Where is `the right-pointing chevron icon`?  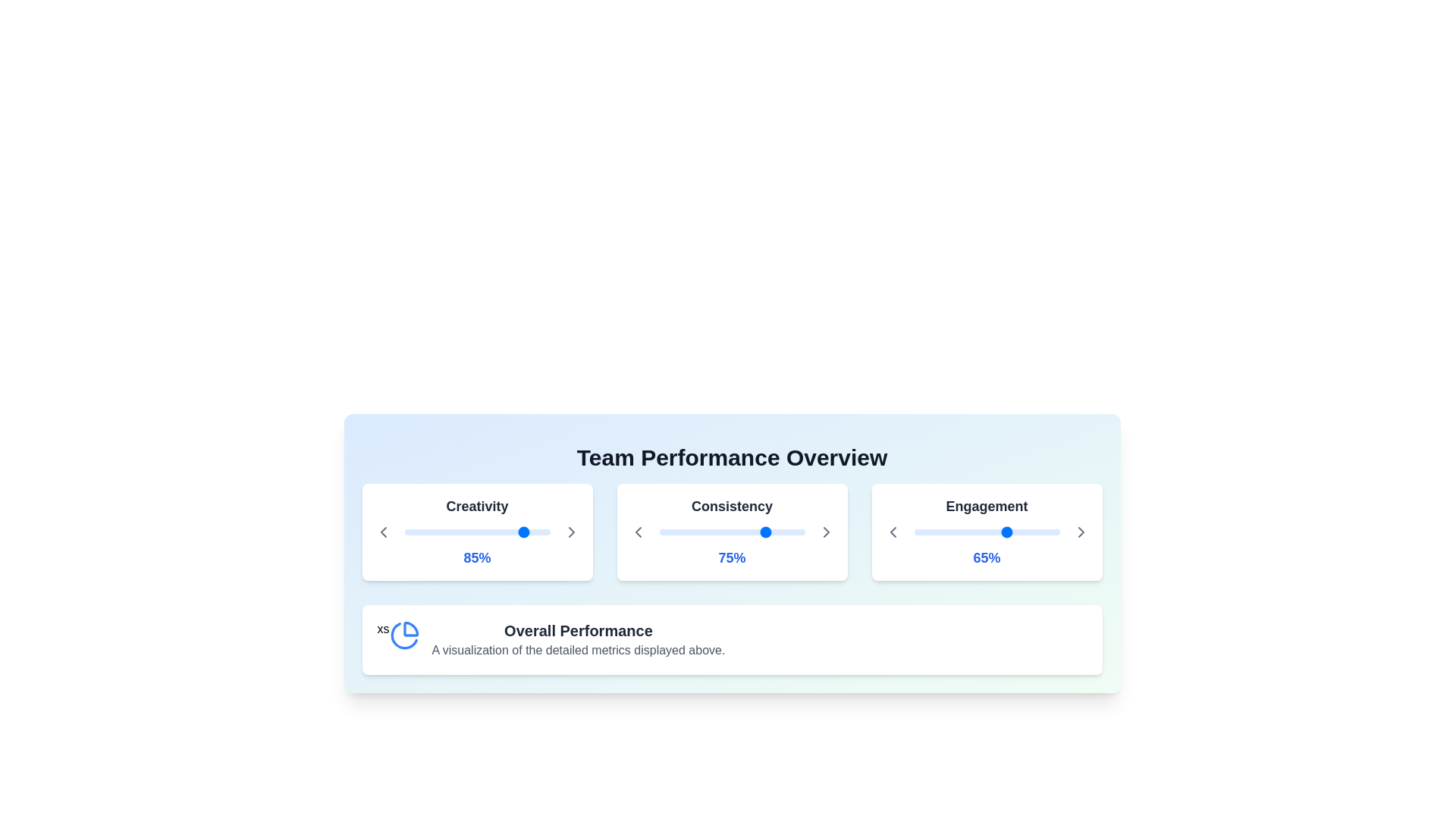
the right-pointing chevron icon is located at coordinates (1080, 532).